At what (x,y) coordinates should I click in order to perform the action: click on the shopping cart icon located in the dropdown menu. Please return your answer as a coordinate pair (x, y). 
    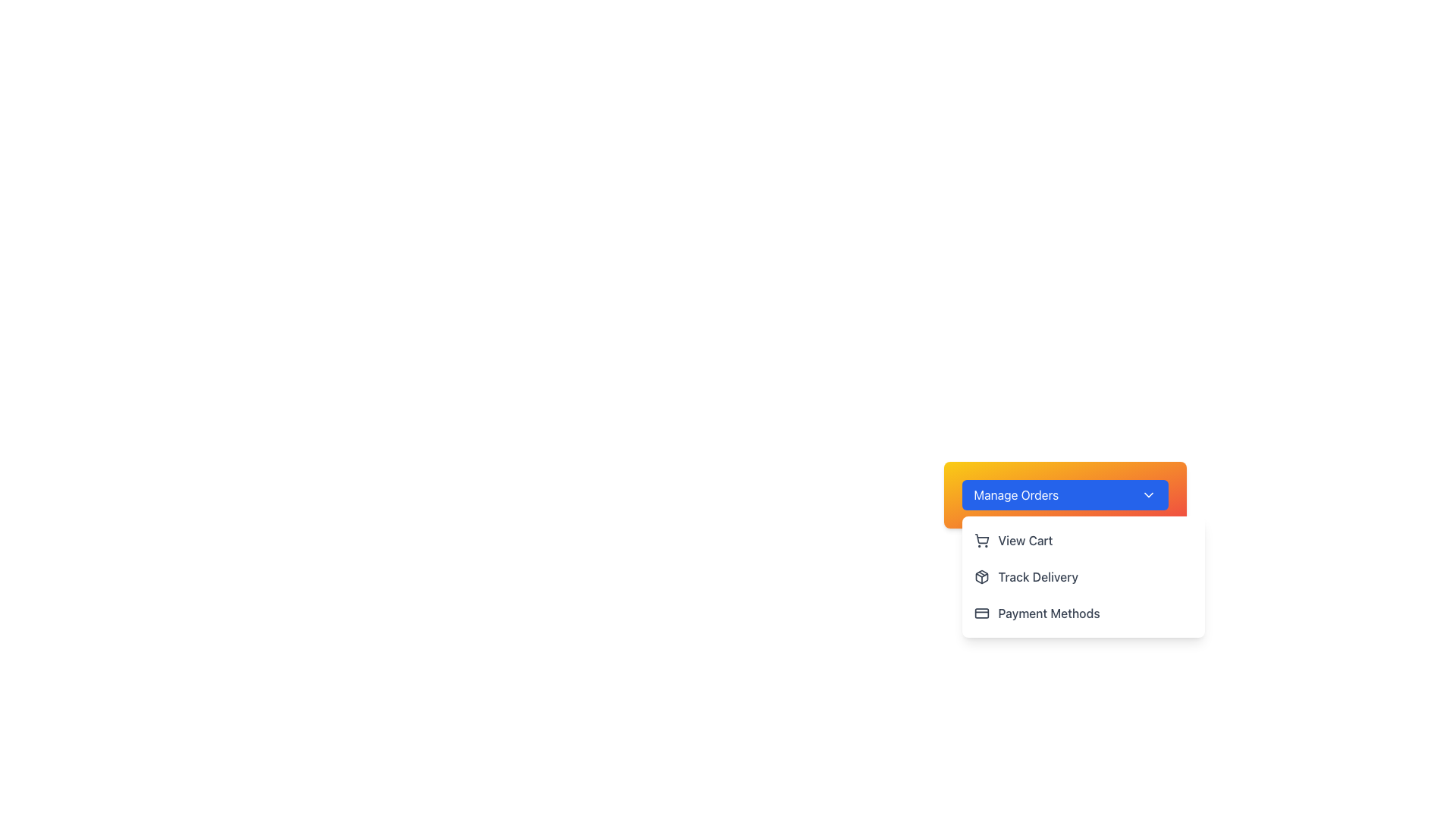
    Looking at the image, I should click on (981, 538).